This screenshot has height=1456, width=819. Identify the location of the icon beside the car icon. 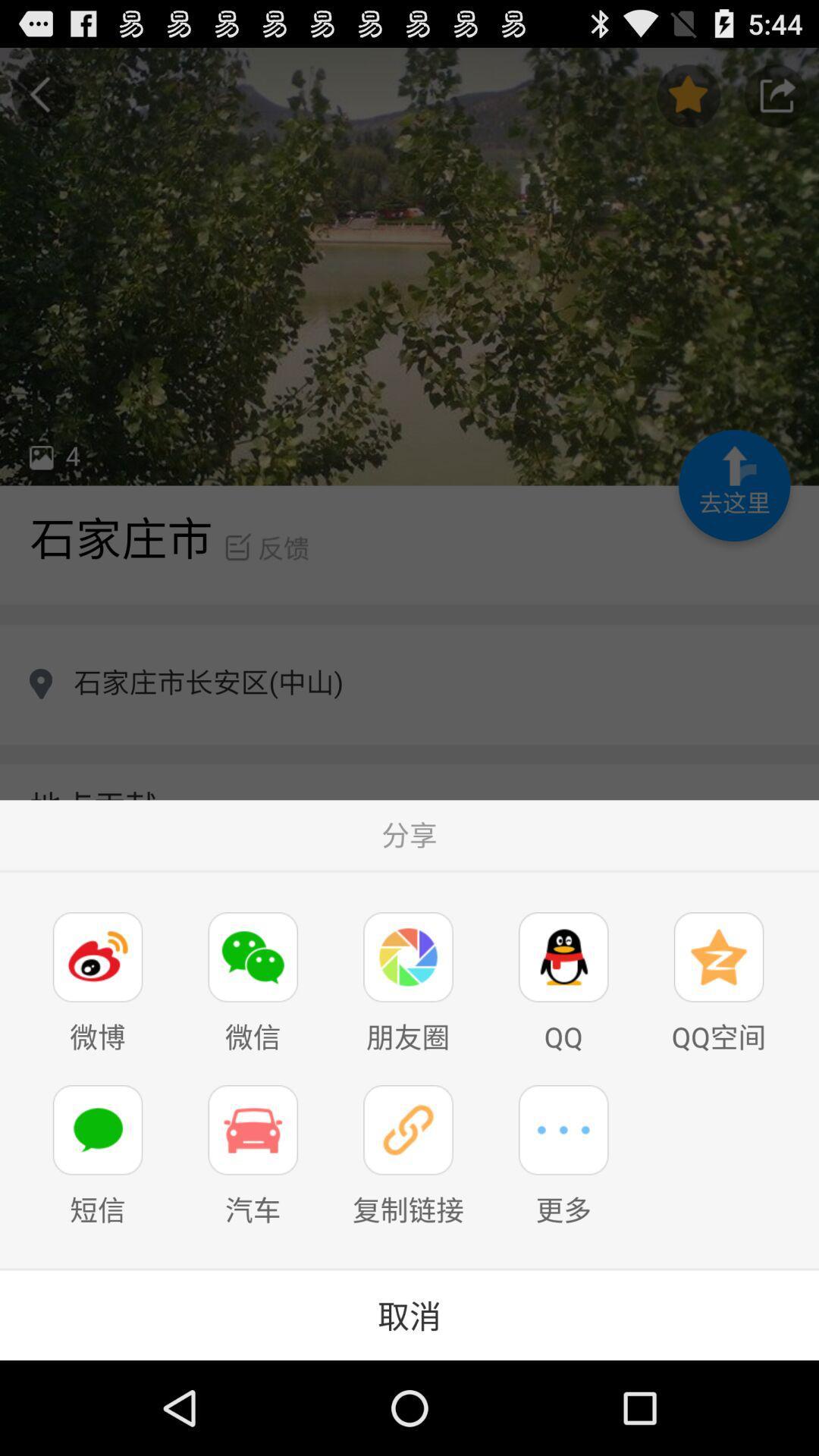
(407, 1130).